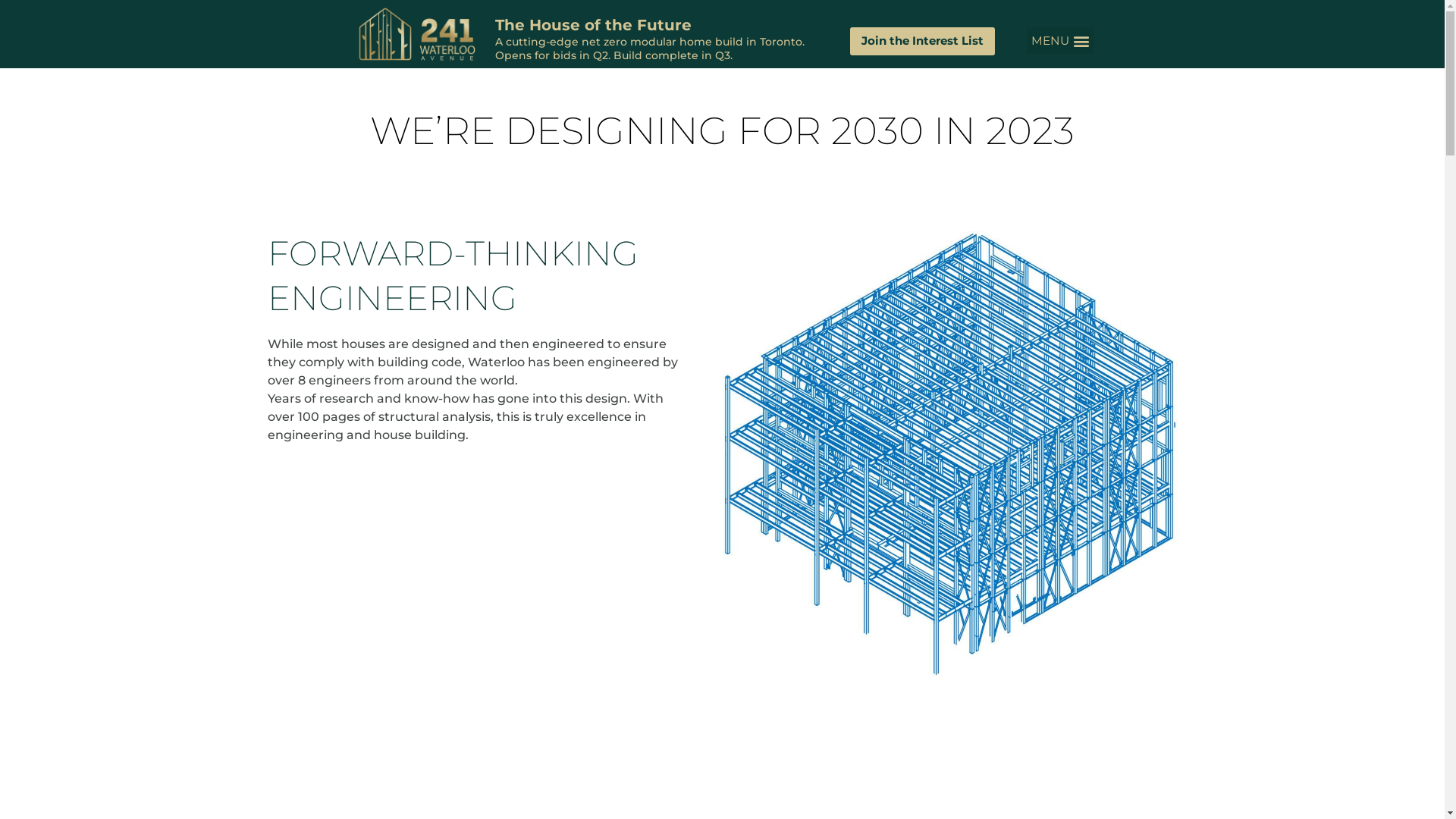  I want to click on 'Join the Interest List', so click(921, 40).